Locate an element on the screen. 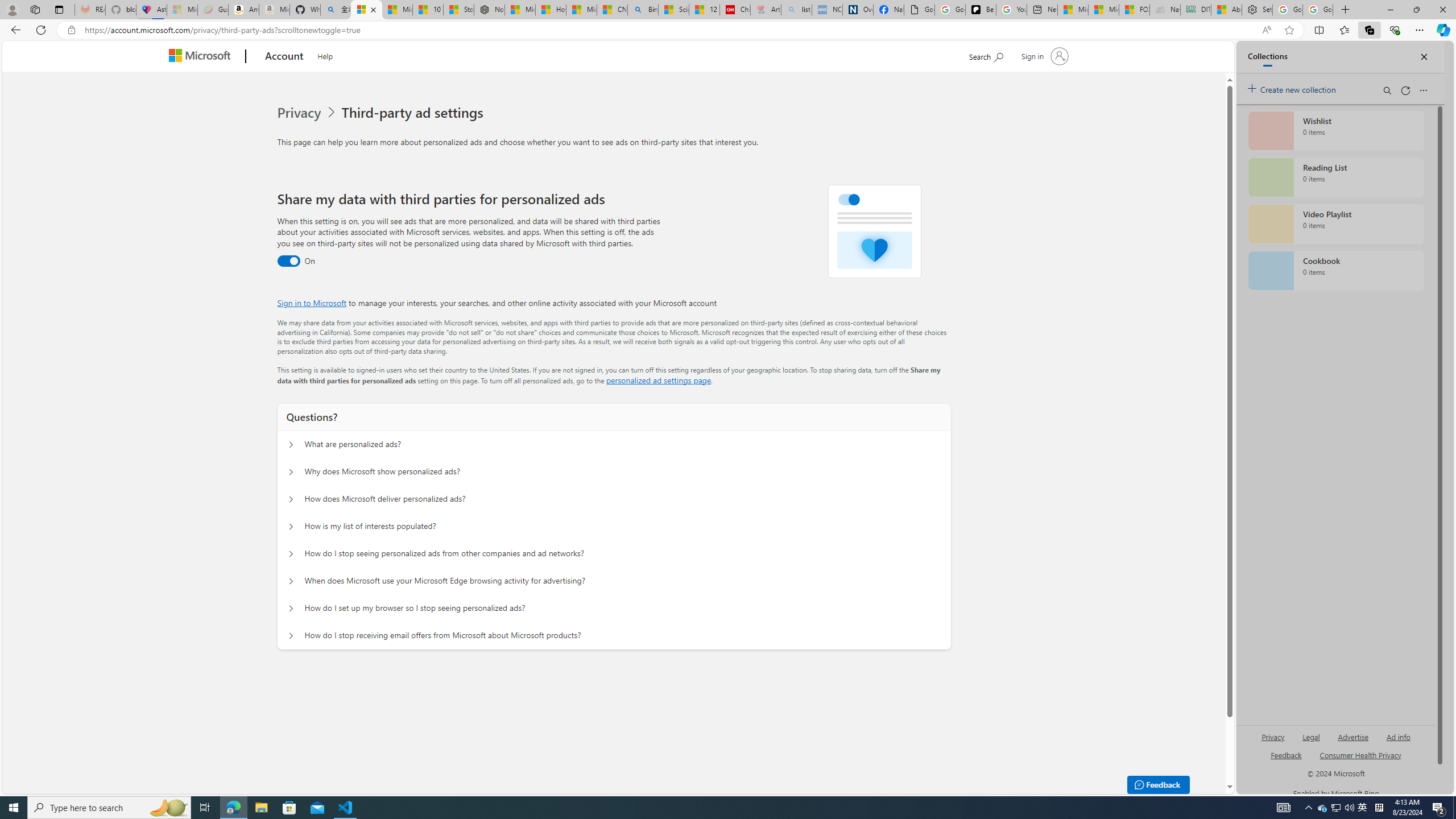 The height and width of the screenshot is (819, 1456). 'Sign in to your account' is located at coordinates (1043, 55).